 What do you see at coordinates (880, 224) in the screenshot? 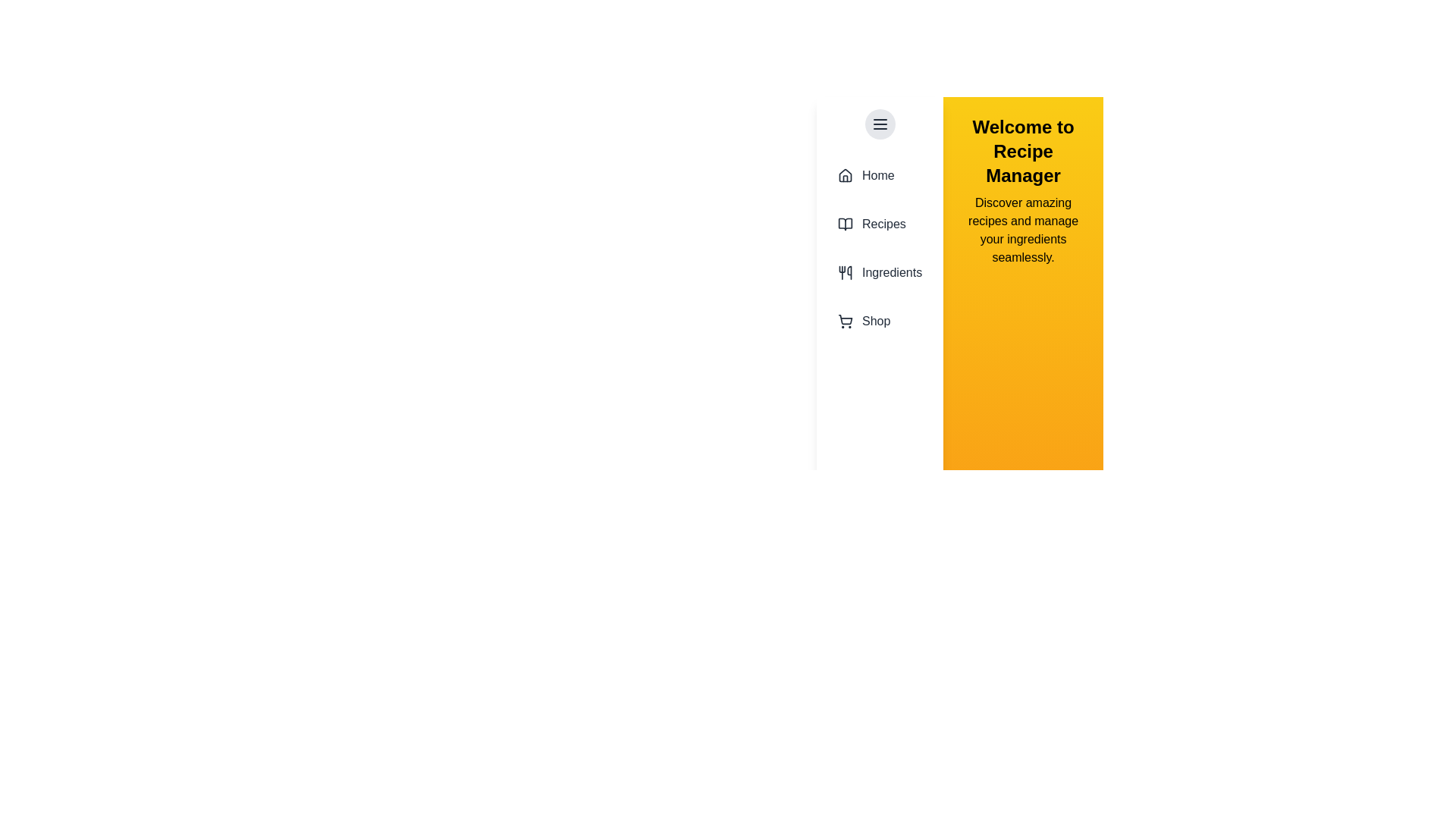
I see `the category item labeled Recipes in the drawer` at bounding box center [880, 224].